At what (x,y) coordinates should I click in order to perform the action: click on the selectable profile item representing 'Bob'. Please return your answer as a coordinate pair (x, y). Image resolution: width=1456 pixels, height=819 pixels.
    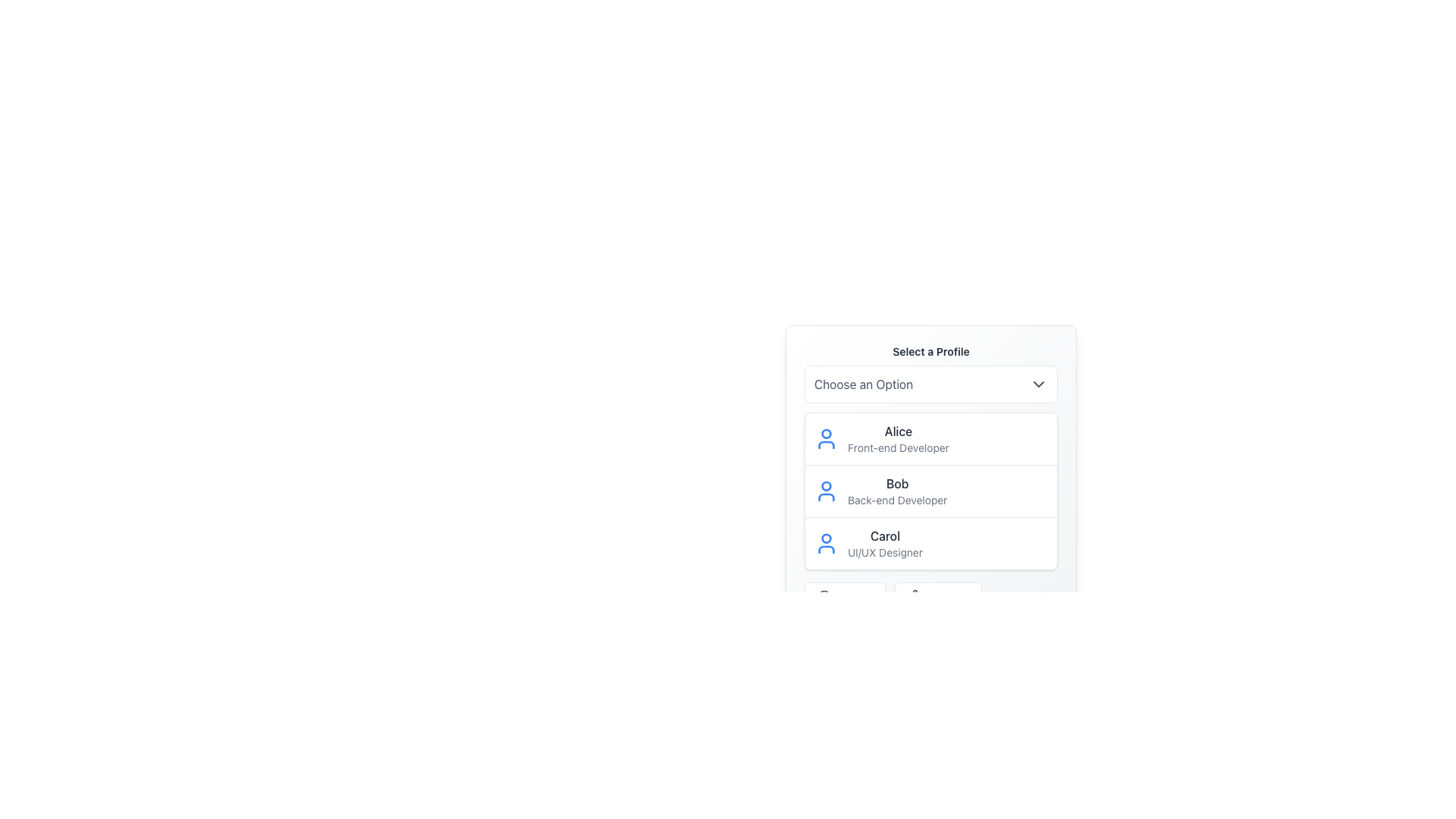
    Looking at the image, I should click on (930, 476).